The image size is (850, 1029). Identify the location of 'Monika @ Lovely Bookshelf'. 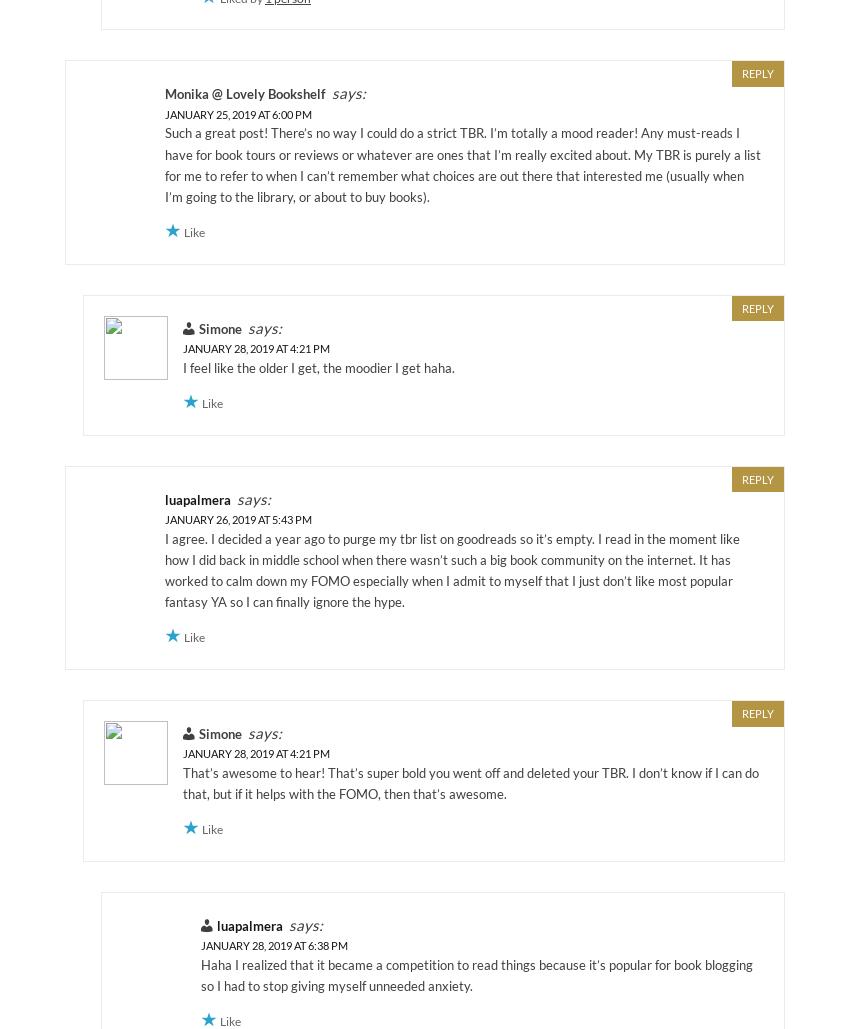
(245, 93).